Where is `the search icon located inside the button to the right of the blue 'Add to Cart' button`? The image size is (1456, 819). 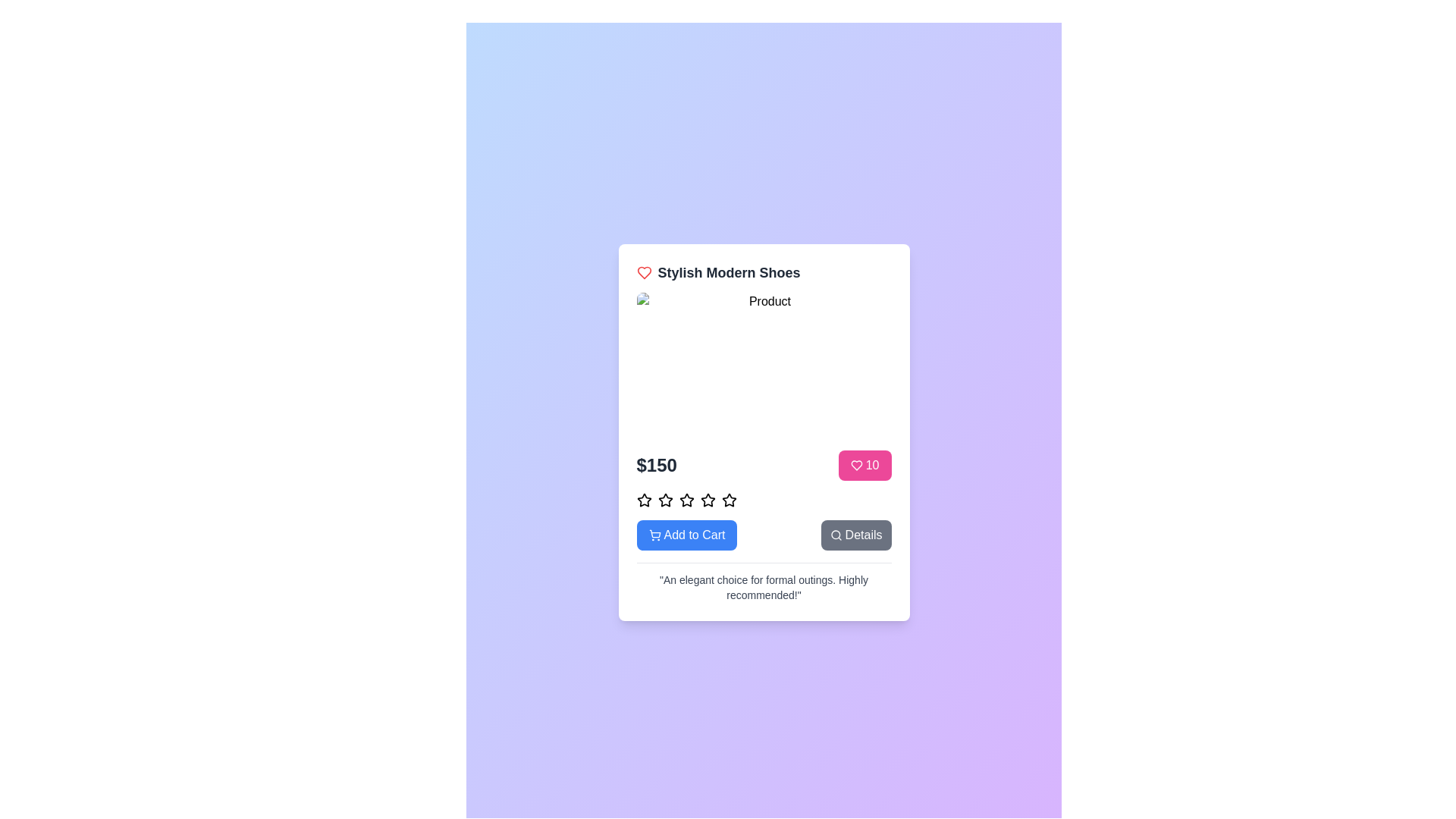 the search icon located inside the button to the right of the blue 'Add to Cart' button is located at coordinates (835, 534).